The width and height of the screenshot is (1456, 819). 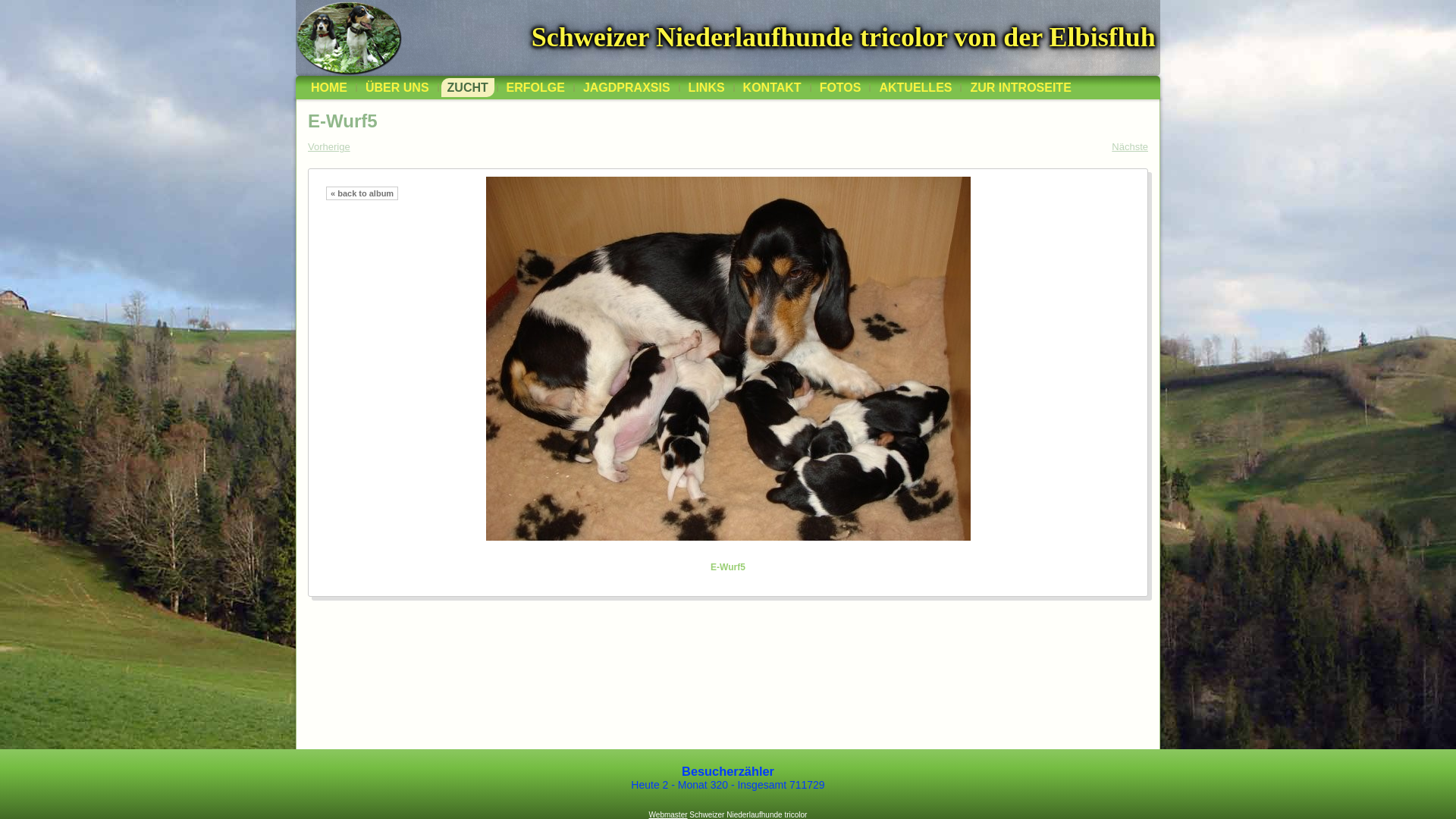 What do you see at coordinates (535, 87) in the screenshot?
I see `'ERFOLGE'` at bounding box center [535, 87].